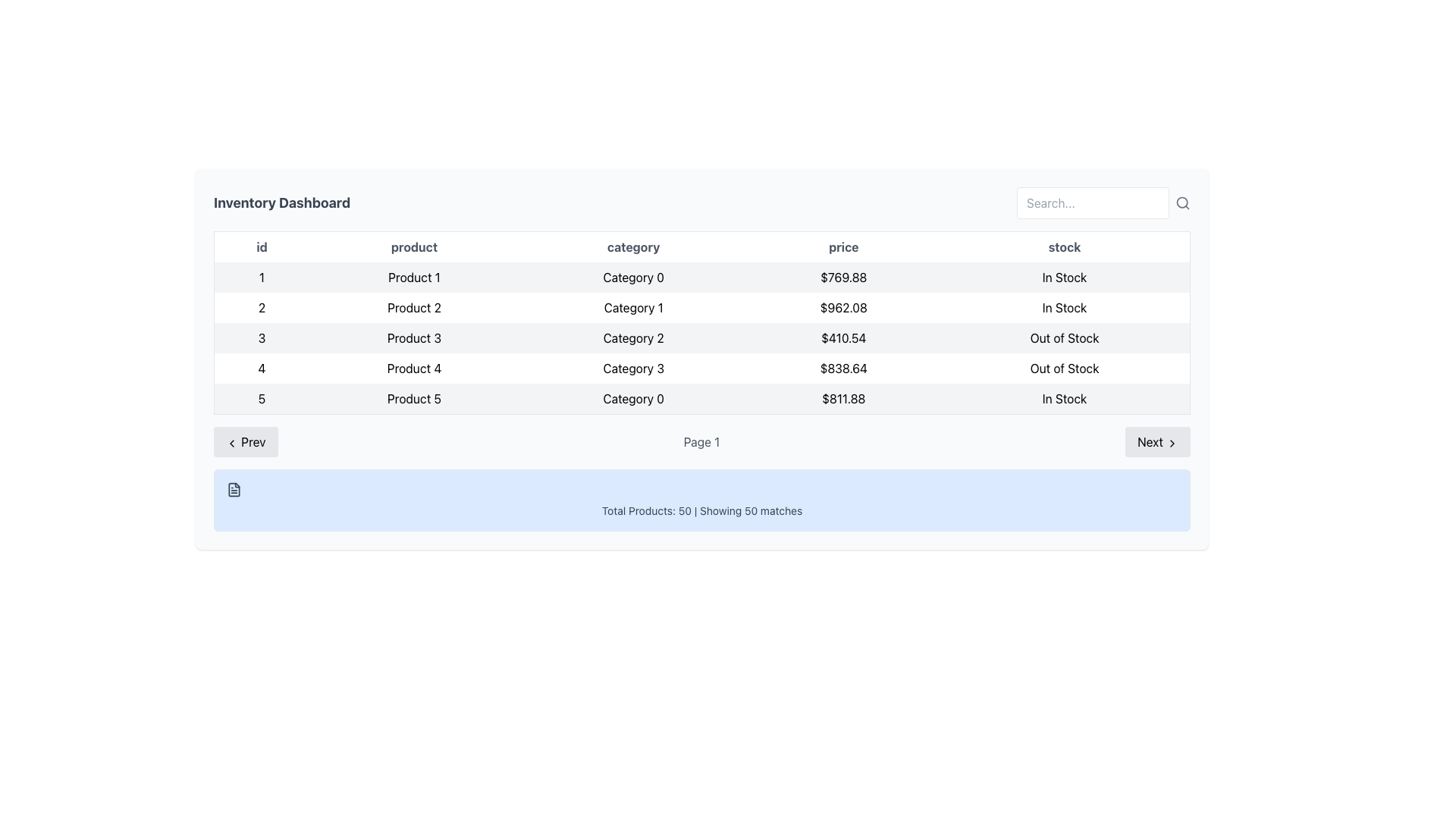 This screenshot has width=1456, height=819. I want to click on the second row of the data table, which contains cells with values such as '2', 'Product 2', 'Category 1', '$962.08', and 'In Stock', so click(701, 307).